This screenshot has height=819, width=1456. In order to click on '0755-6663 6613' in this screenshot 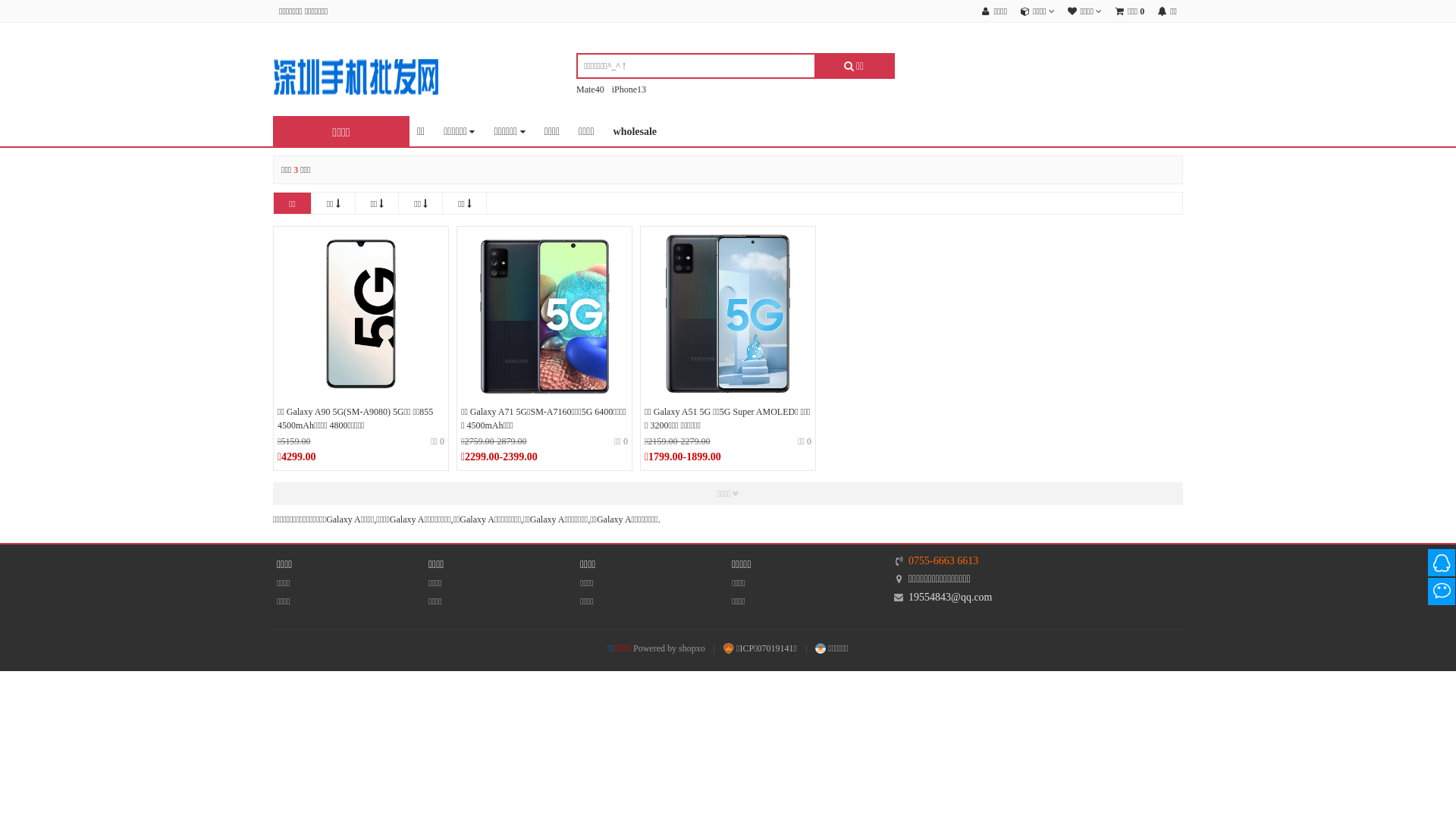, I will do `click(908, 560)`.